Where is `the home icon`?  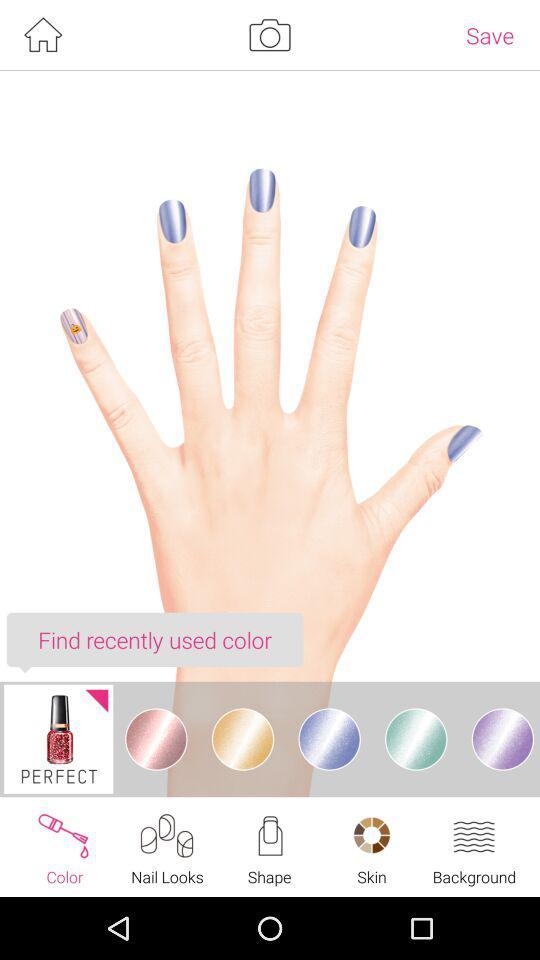
the home icon is located at coordinates (42, 36).